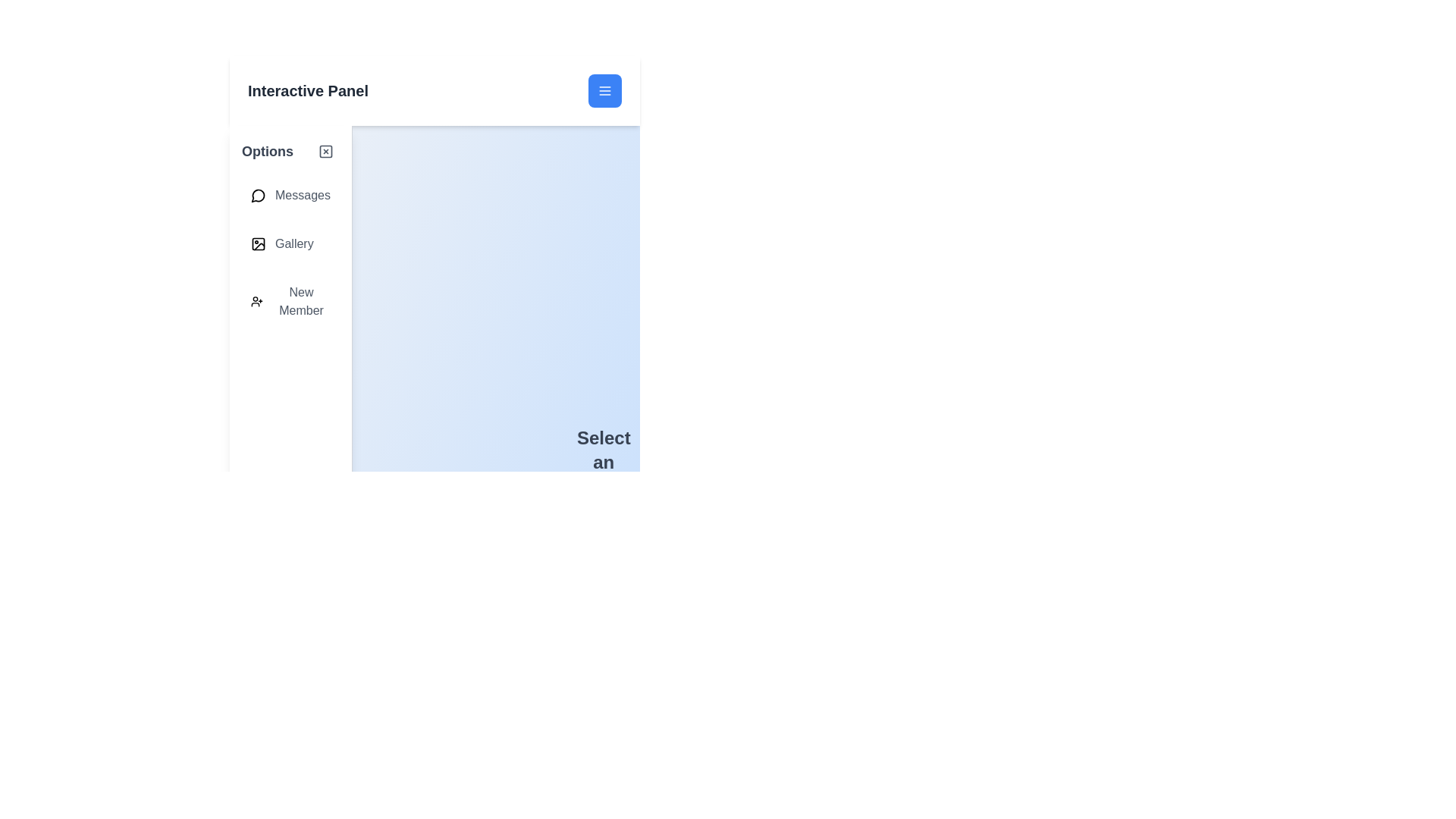 The image size is (1456, 819). I want to click on the 'Messages' button, which features a speech bubble icon and is the first item in the vertical list under the 'Options' section in the left sidebar panel, so click(290, 195).